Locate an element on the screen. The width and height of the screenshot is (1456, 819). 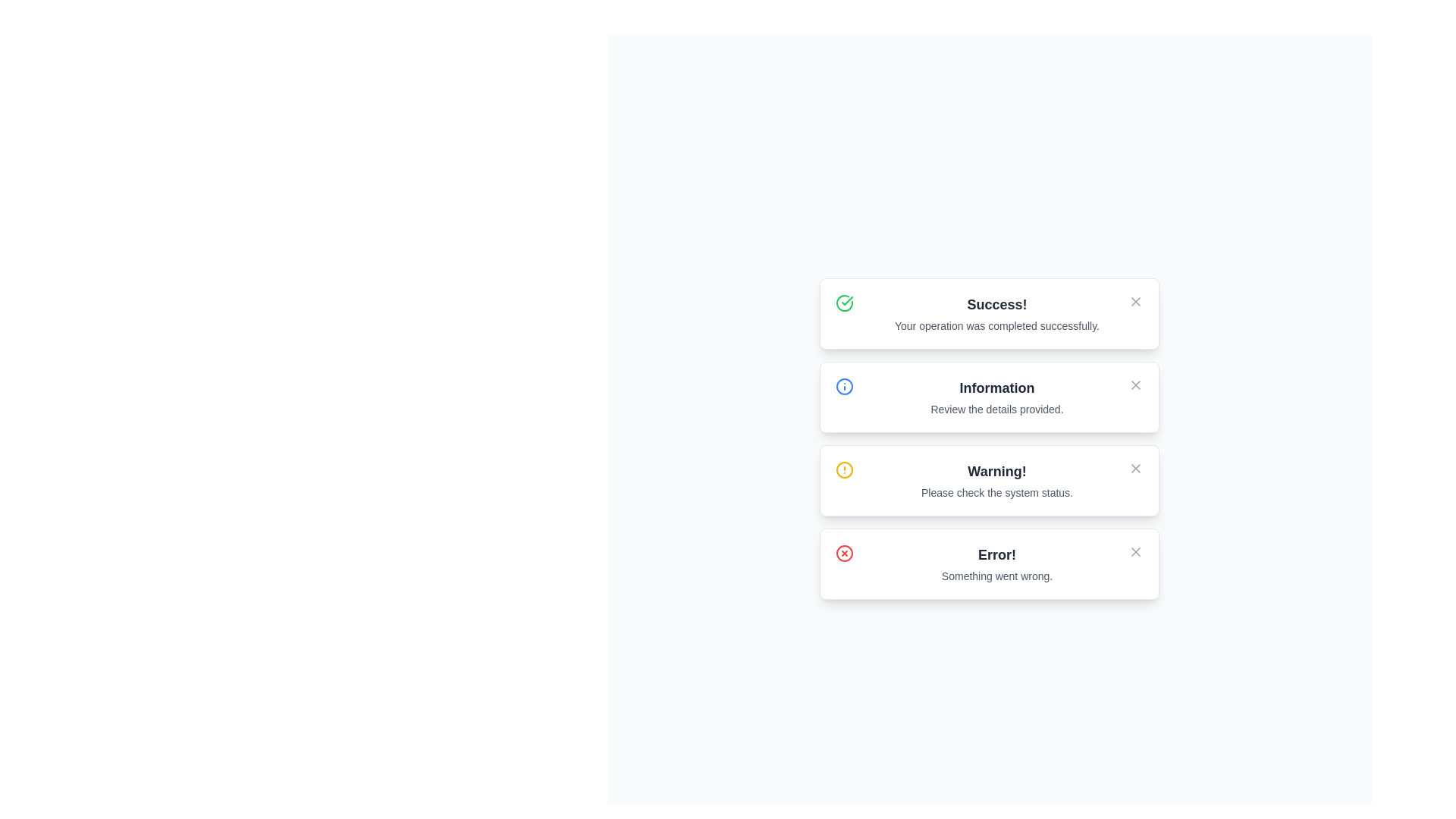
bold text element labeled 'Error!' which is positioned at the top of the fourth error notification card, above the description text 'Something went wrong.' is located at coordinates (997, 555).